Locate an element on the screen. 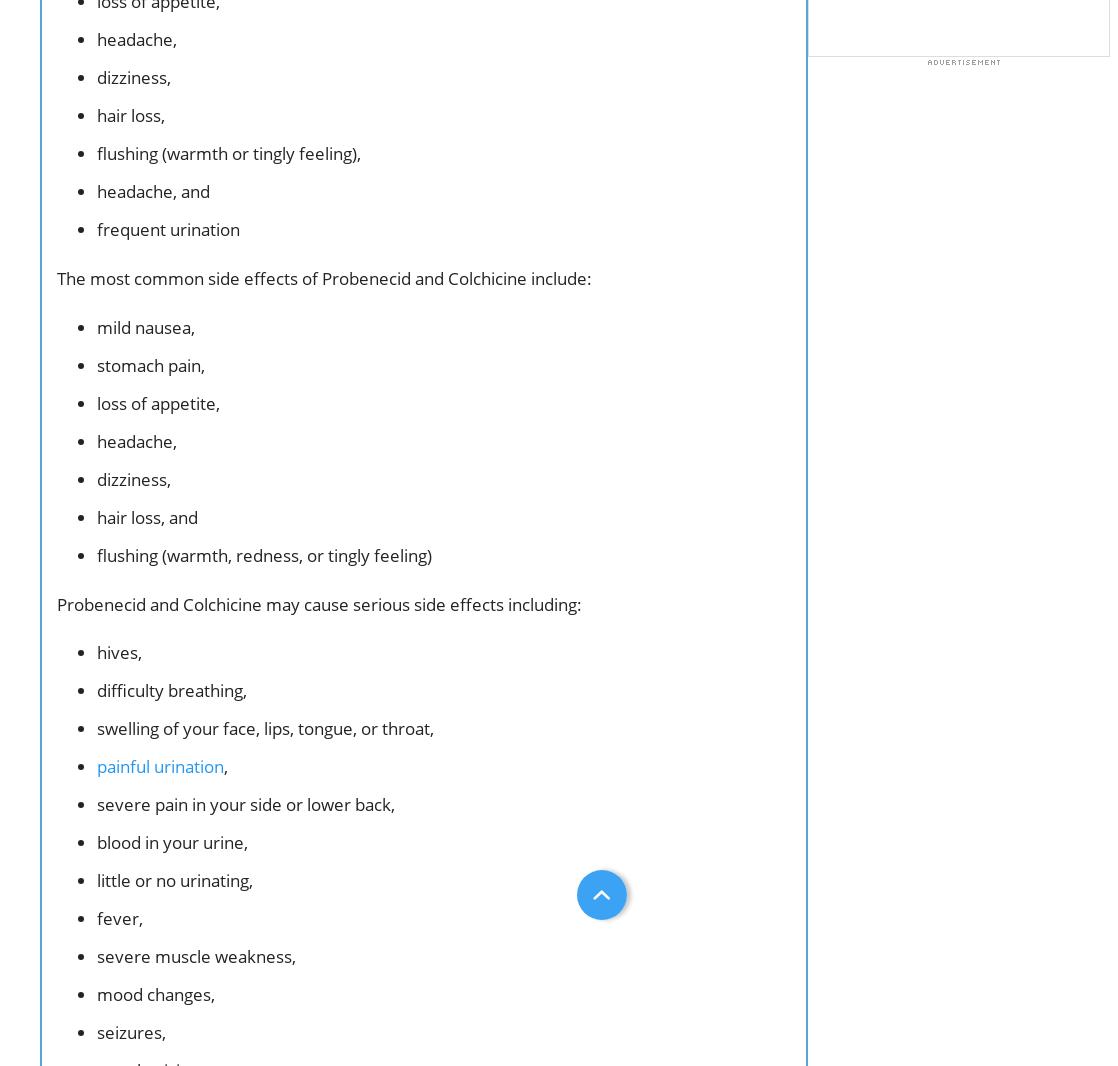  'hair loss, and' is located at coordinates (147, 516).